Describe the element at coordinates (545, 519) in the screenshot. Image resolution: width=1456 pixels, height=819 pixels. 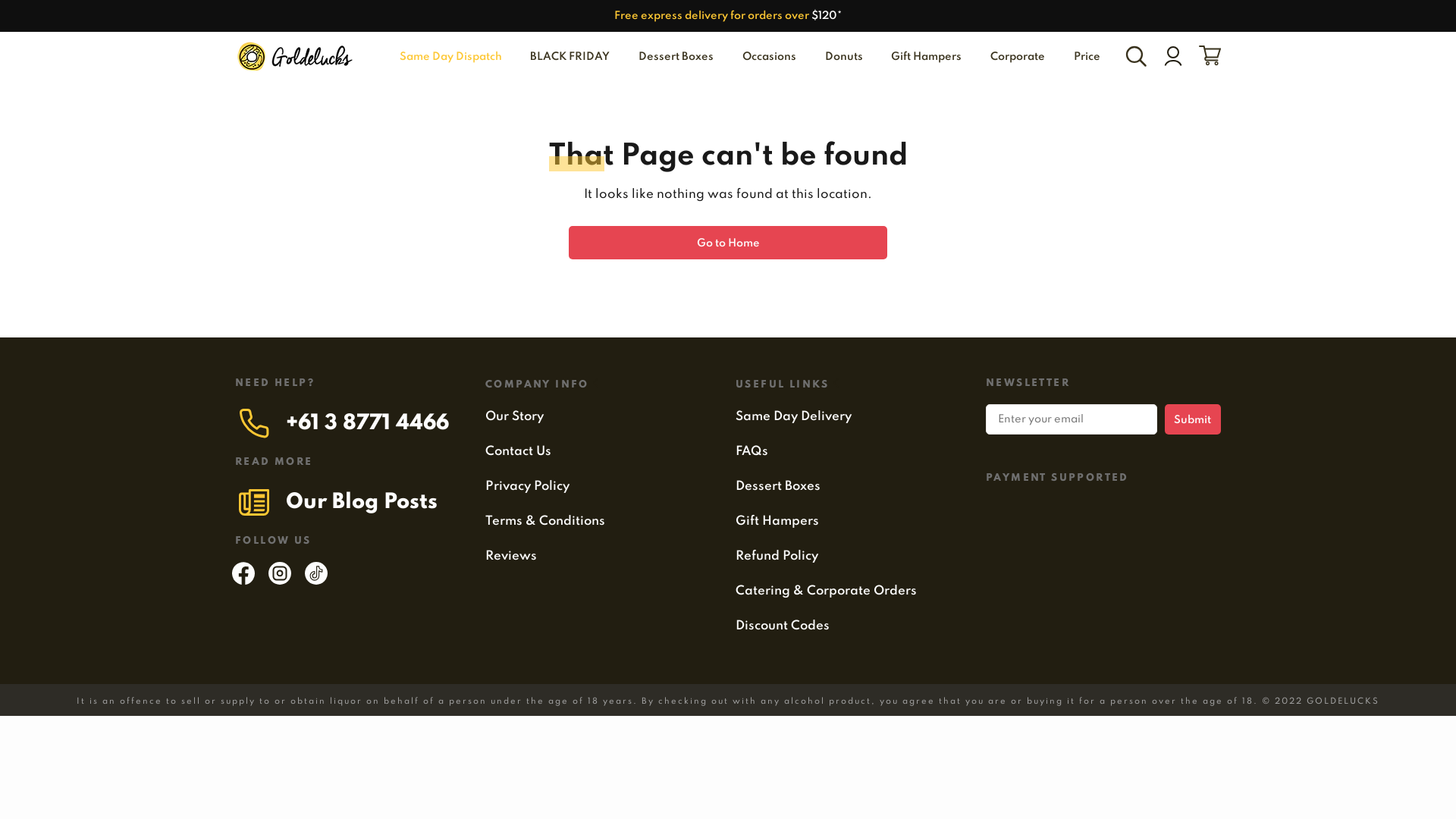
I see `'Terms & Conditions'` at that location.